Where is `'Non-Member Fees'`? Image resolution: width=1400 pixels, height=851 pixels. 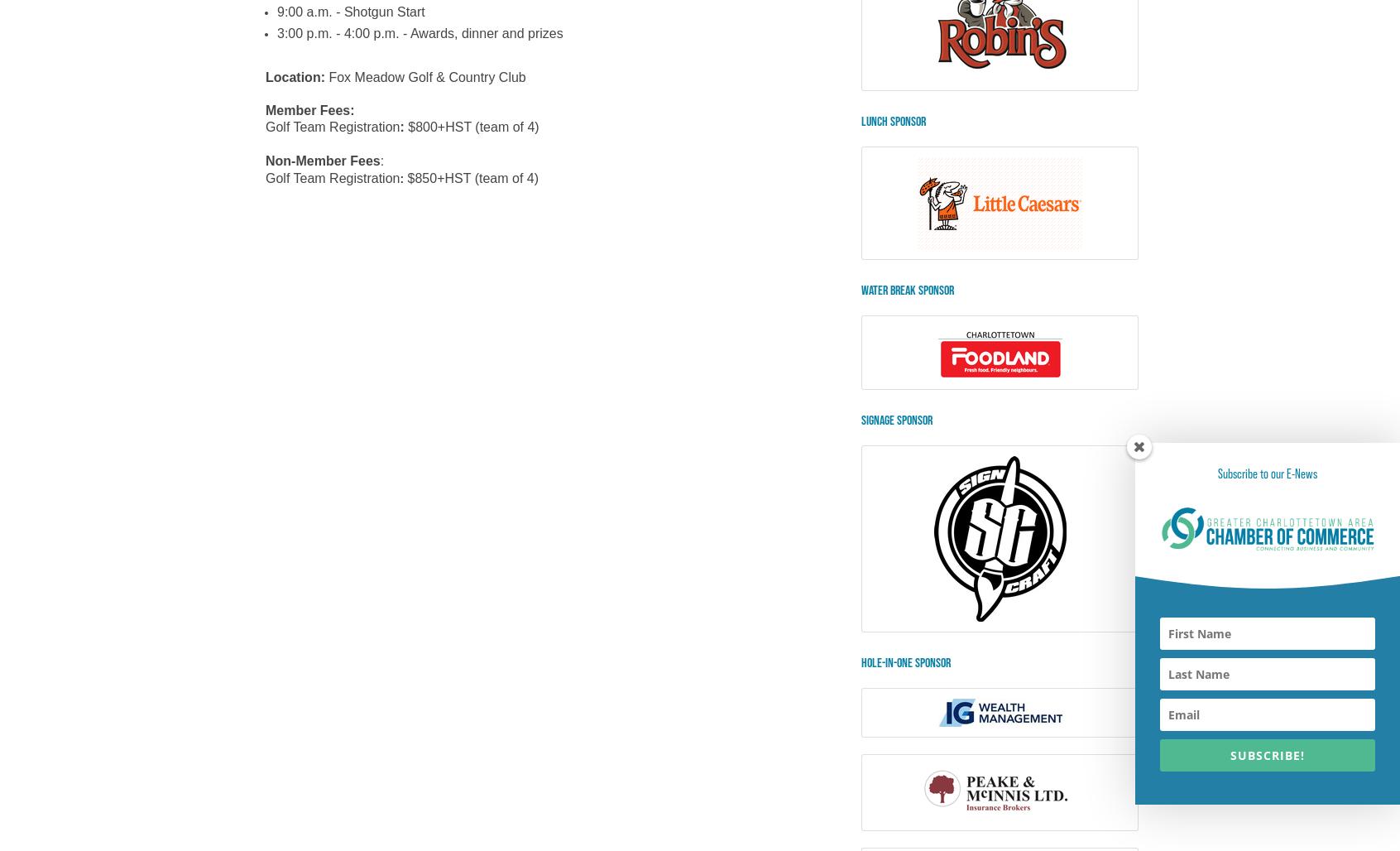
'Non-Member Fees' is located at coordinates (323, 160).